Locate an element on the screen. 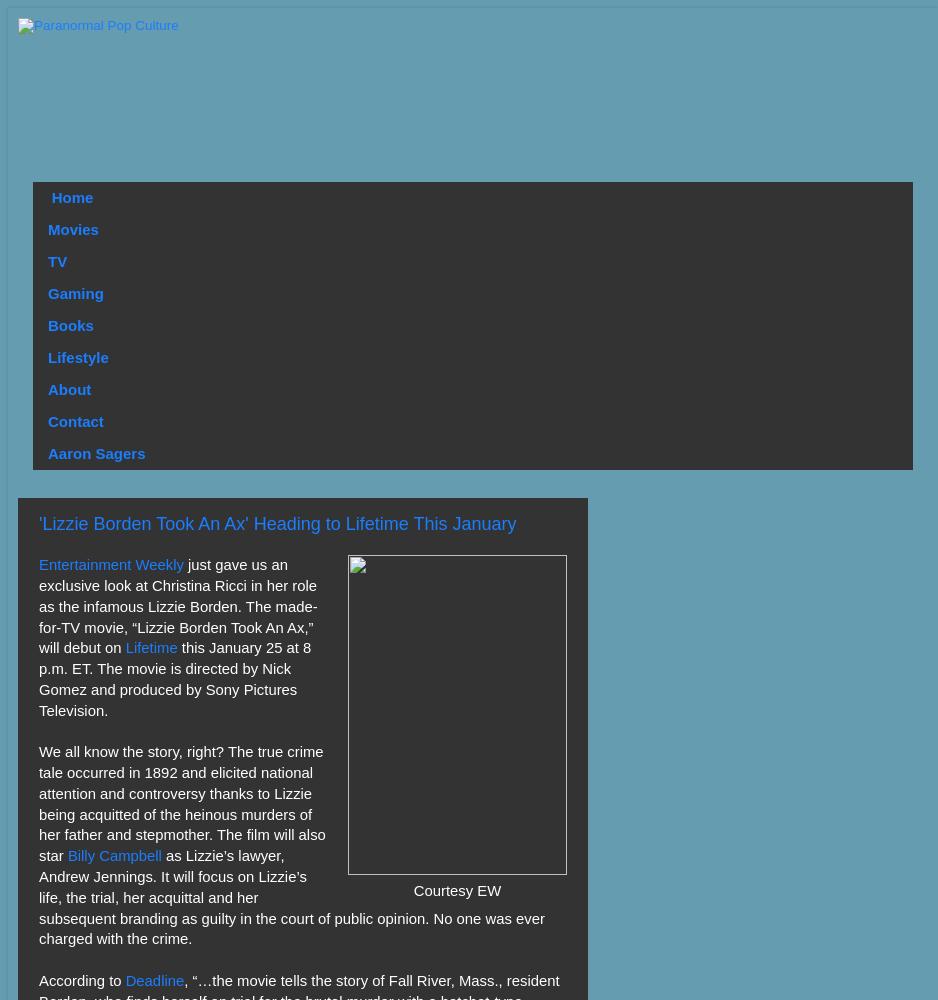 The width and height of the screenshot is (938, 1000). 'About' is located at coordinates (69, 389).